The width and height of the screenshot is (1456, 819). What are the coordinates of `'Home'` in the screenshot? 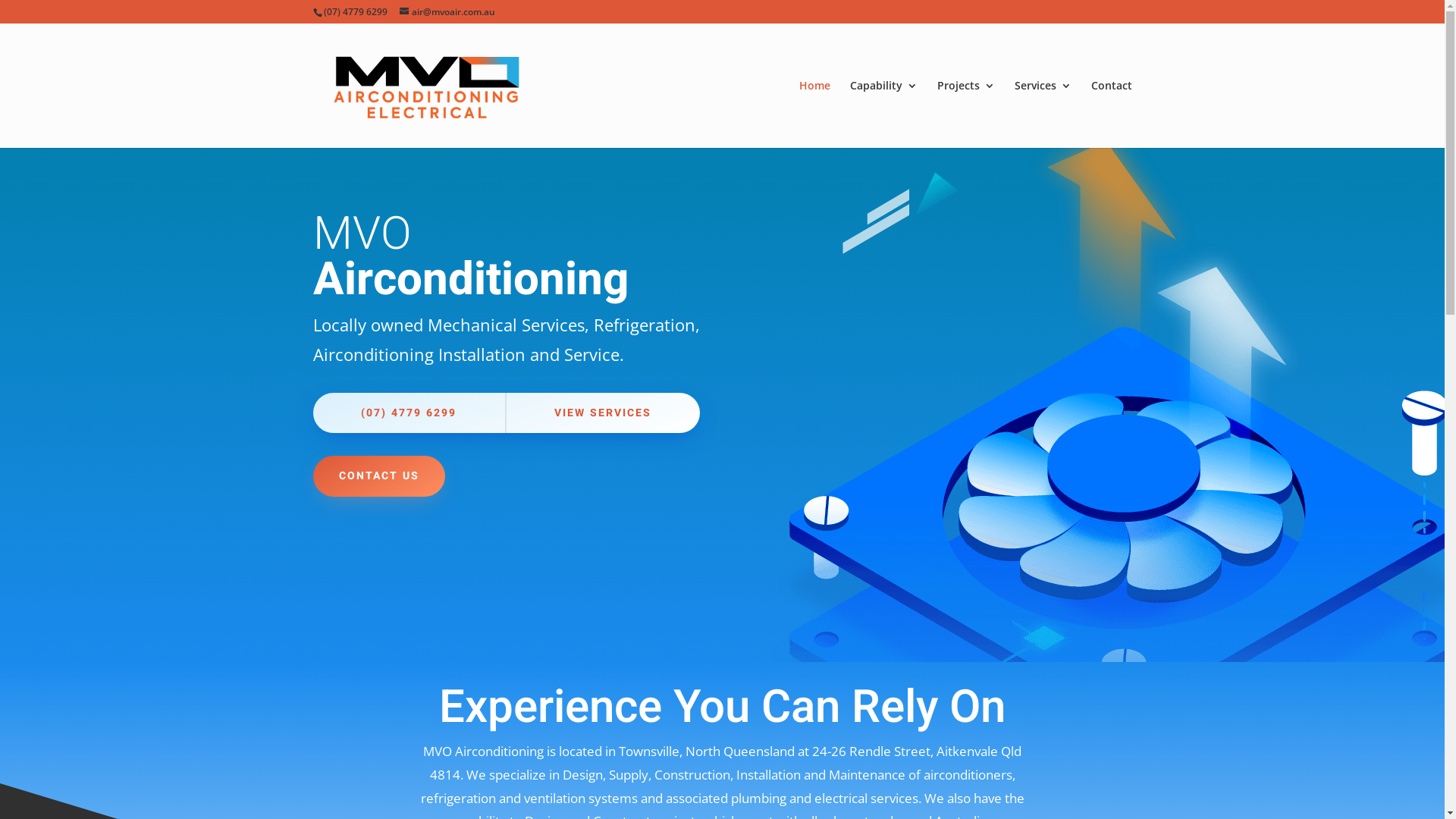 It's located at (814, 113).